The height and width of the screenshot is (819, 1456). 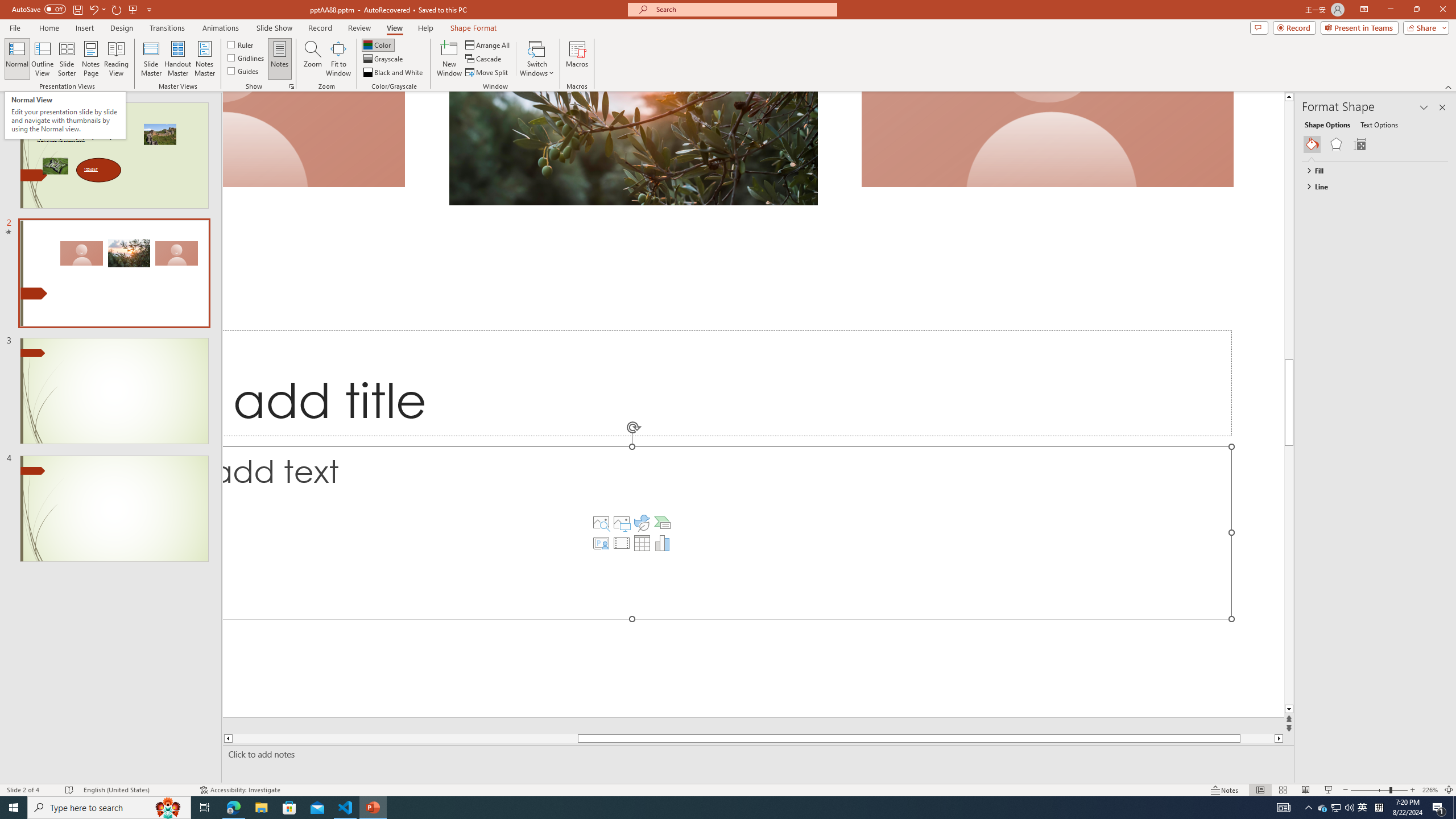 I want to click on 'Fill', so click(x=1370, y=170).